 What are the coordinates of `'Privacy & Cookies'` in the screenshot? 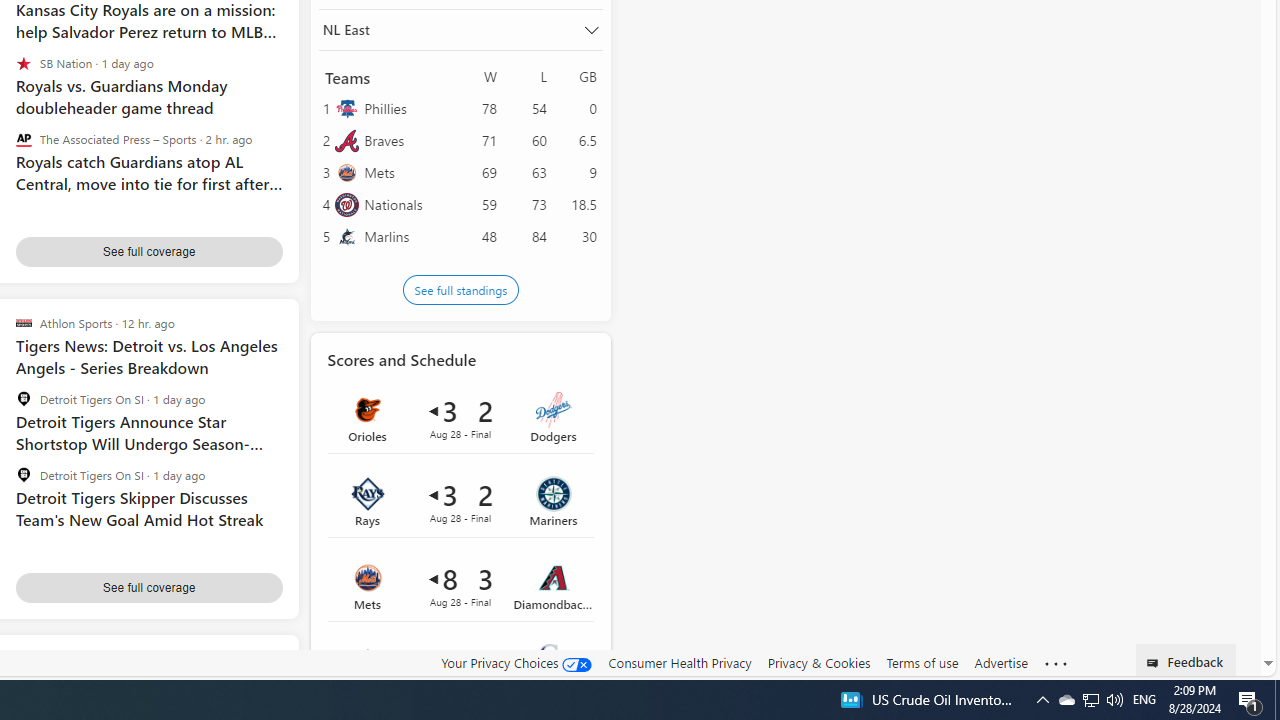 It's located at (818, 662).